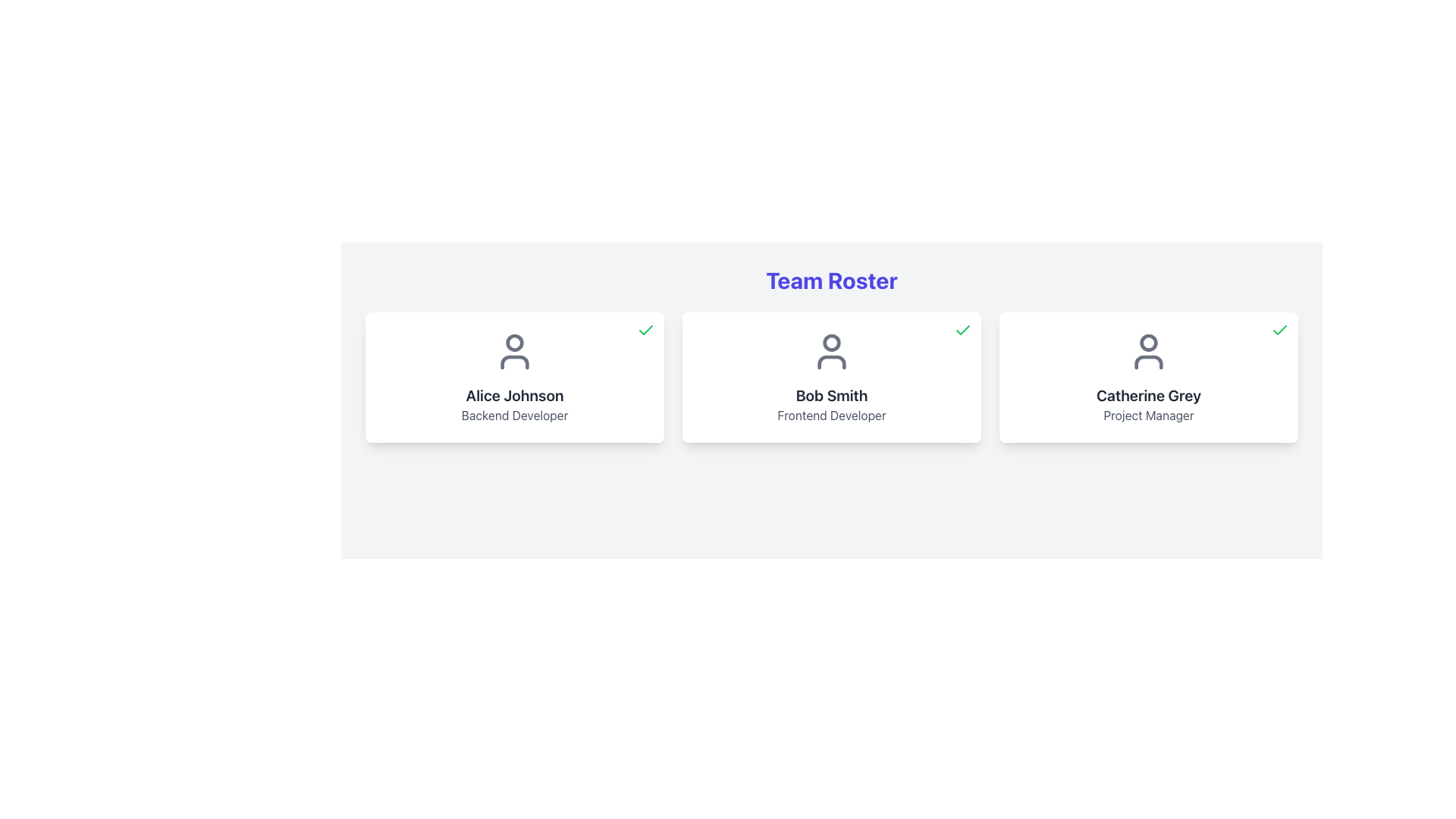 The image size is (1456, 819). Describe the element at coordinates (514, 342) in the screenshot. I see `the circular graphical element that represents the user's profile, which is located in the leftmost card above the user's name and role text` at that location.